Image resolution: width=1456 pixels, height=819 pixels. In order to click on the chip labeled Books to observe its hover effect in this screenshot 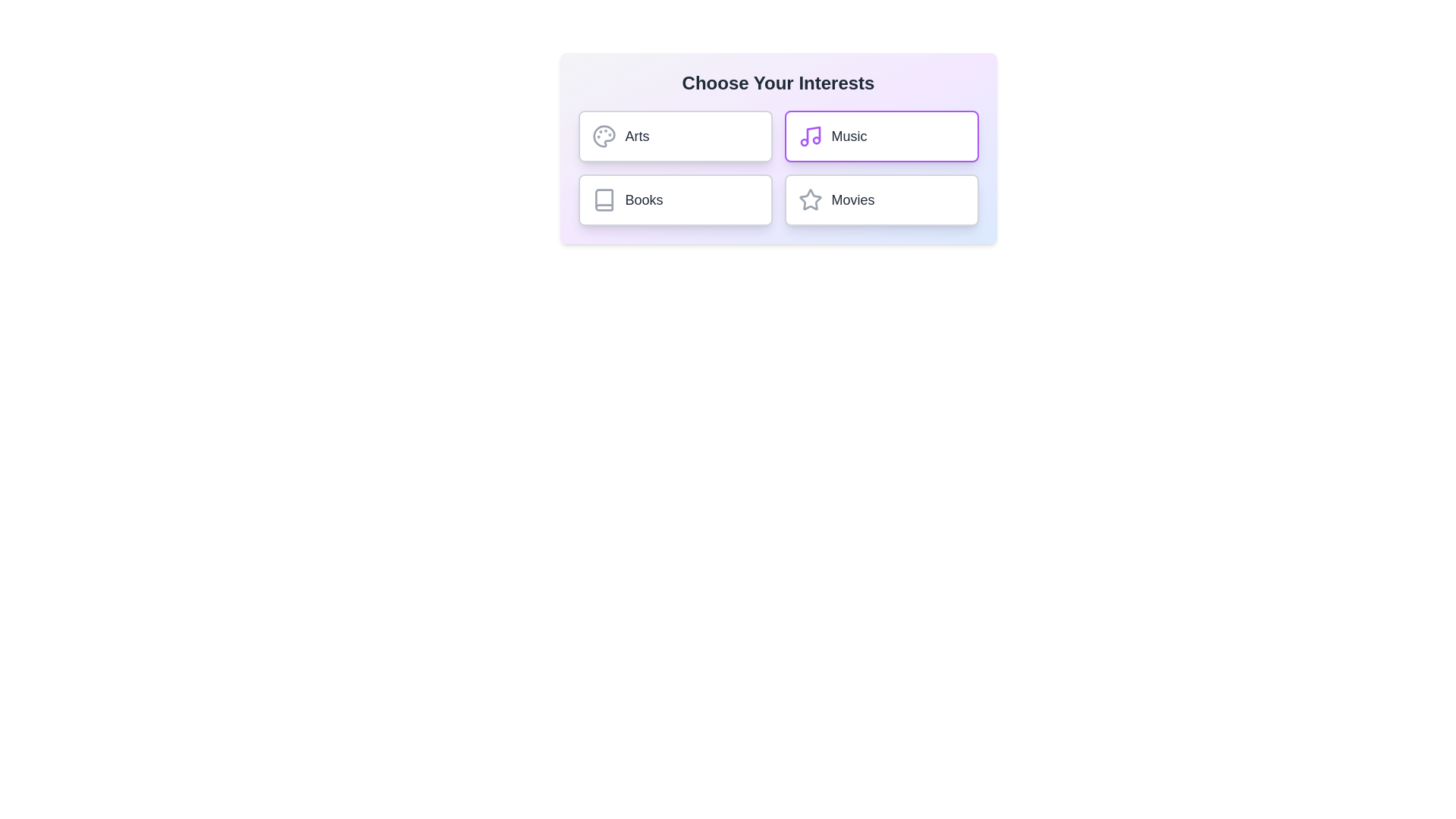, I will do `click(674, 199)`.